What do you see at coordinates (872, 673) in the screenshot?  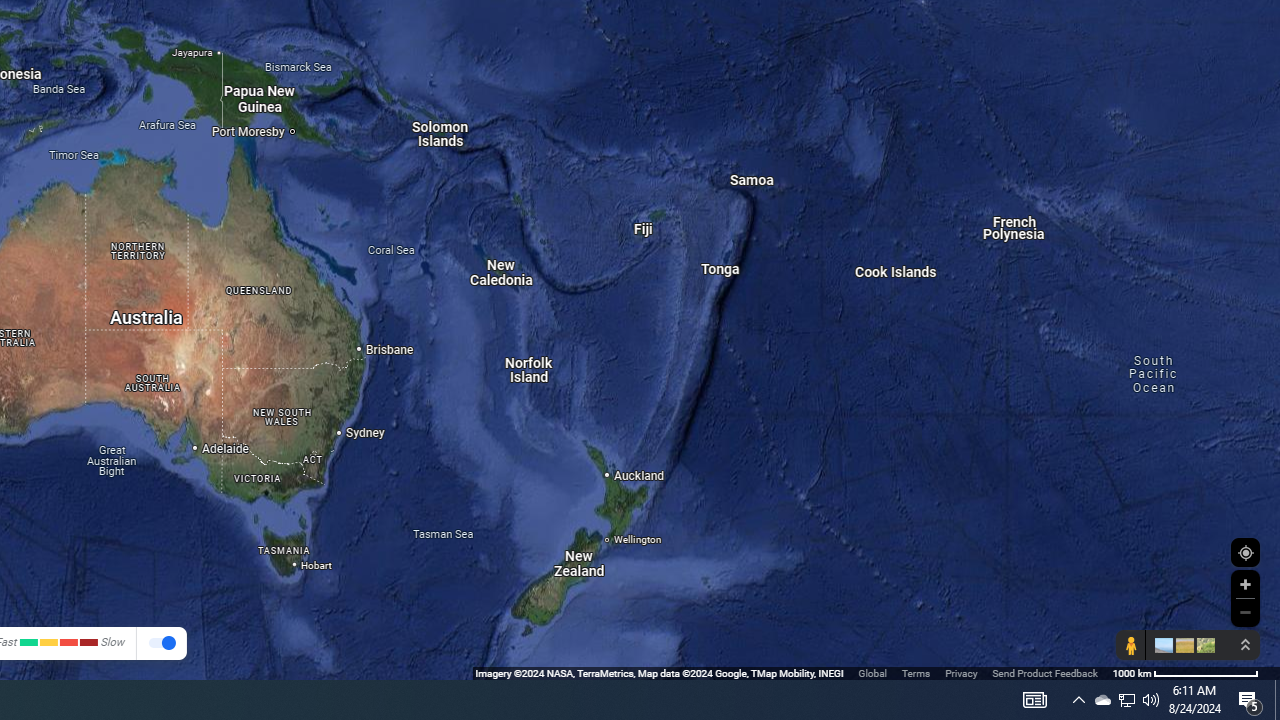 I see `'Global'` at bounding box center [872, 673].